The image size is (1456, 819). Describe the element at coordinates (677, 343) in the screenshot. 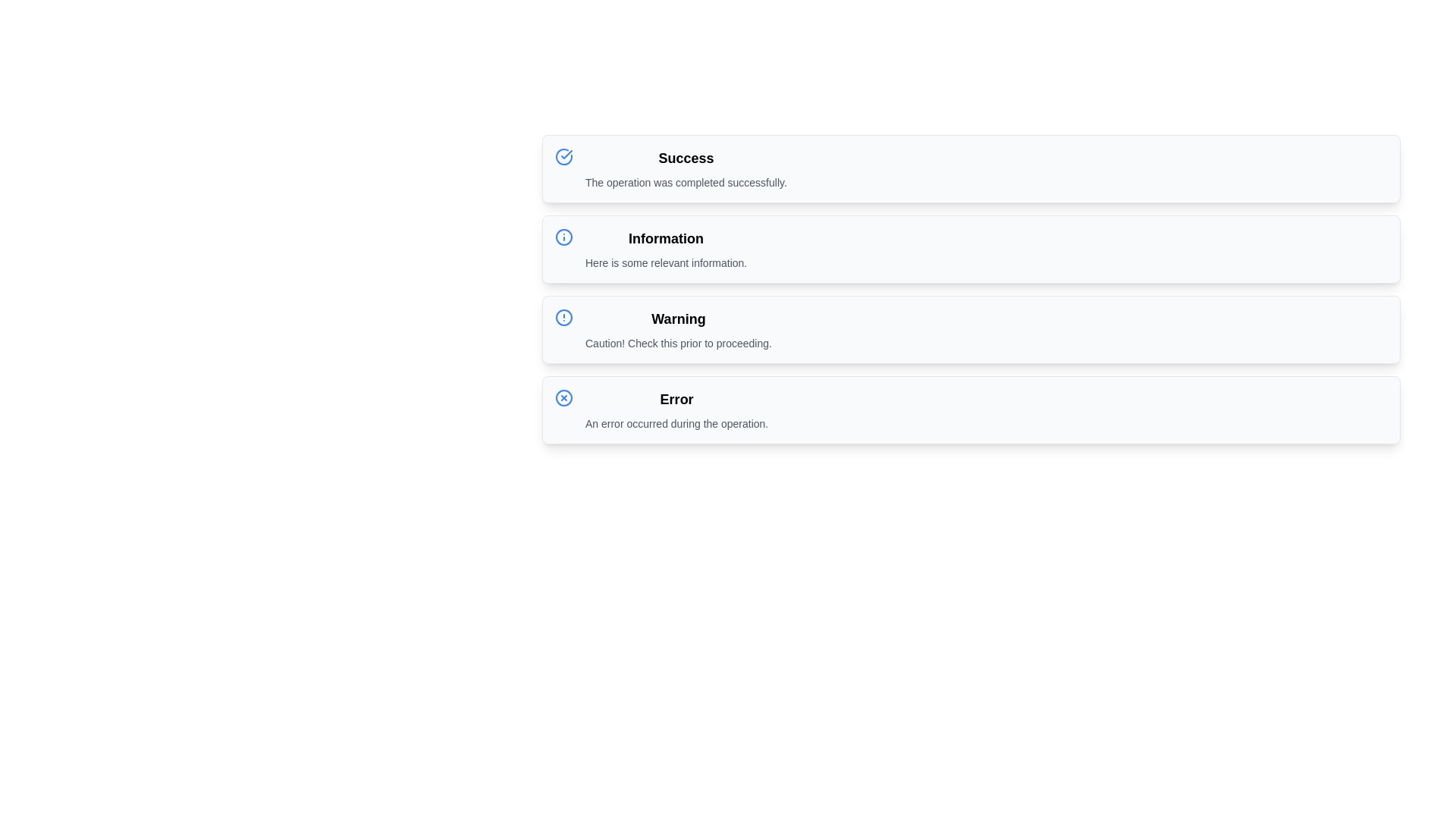

I see `cautionary text located directly below the 'Warning' header in the third section of the list, which provides additional information about a cautionary situation` at that location.